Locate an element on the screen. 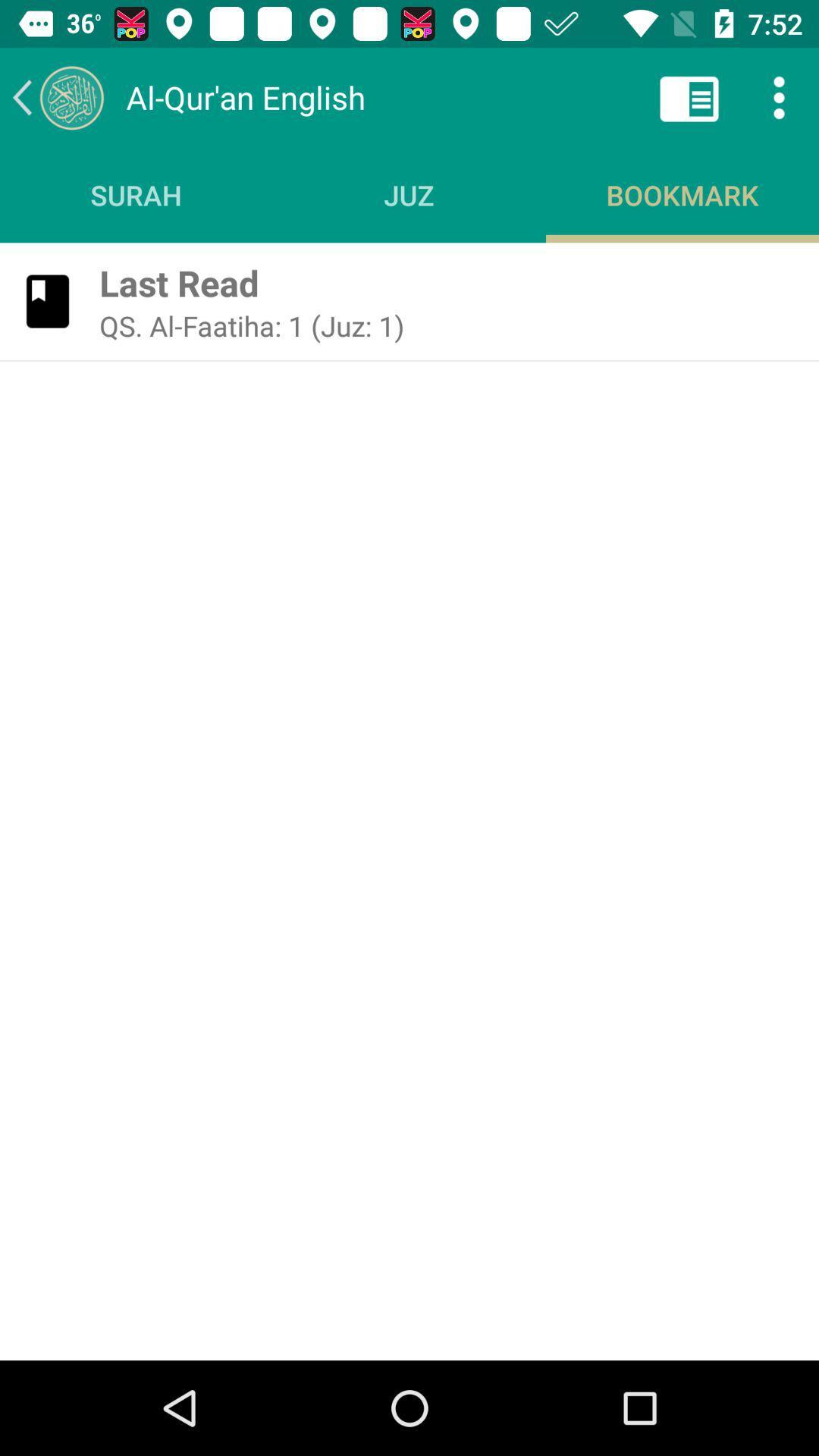 The width and height of the screenshot is (819, 1456). options menu button is located at coordinates (779, 96).